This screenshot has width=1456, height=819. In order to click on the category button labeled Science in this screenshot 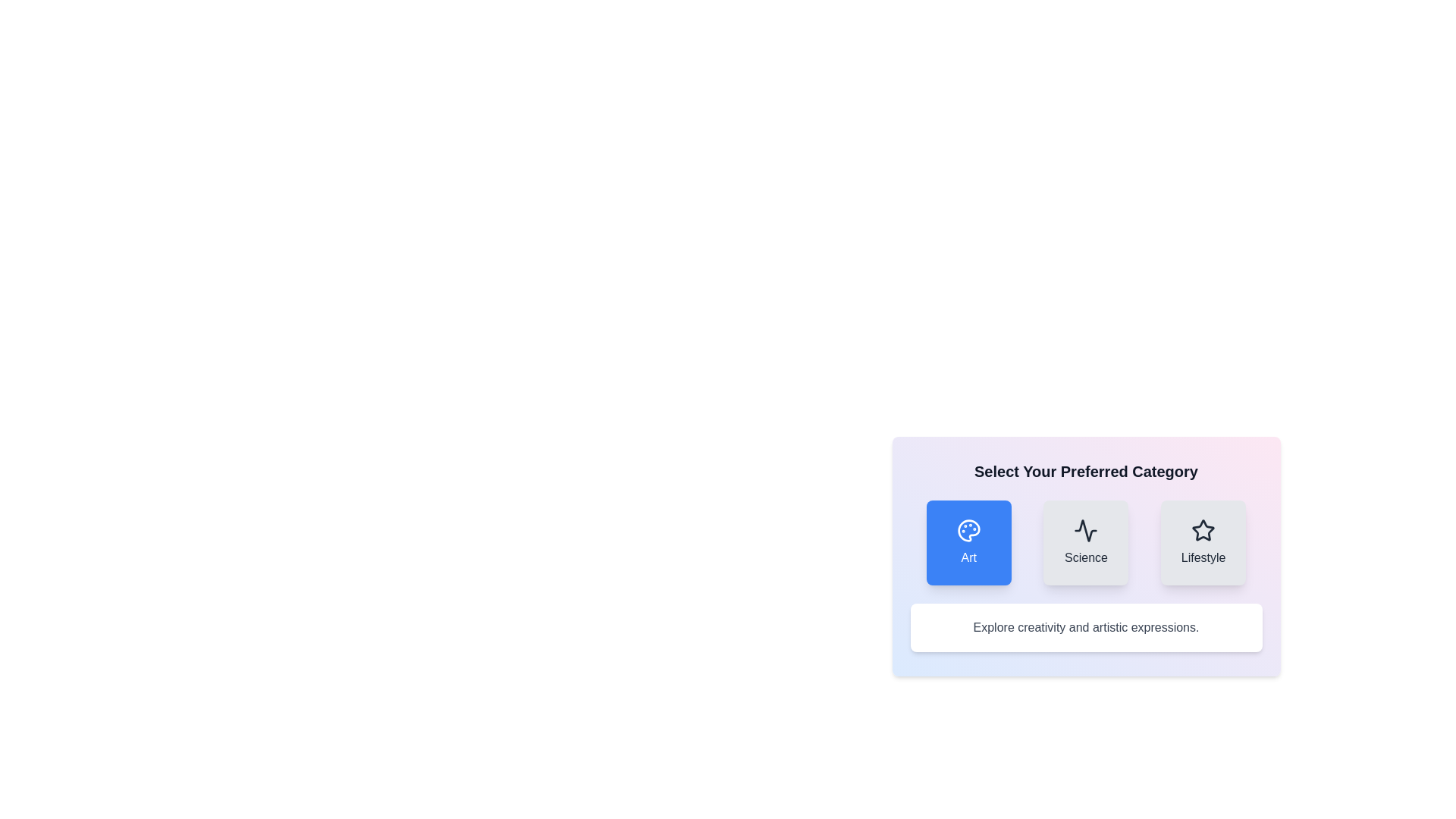, I will do `click(1085, 542)`.